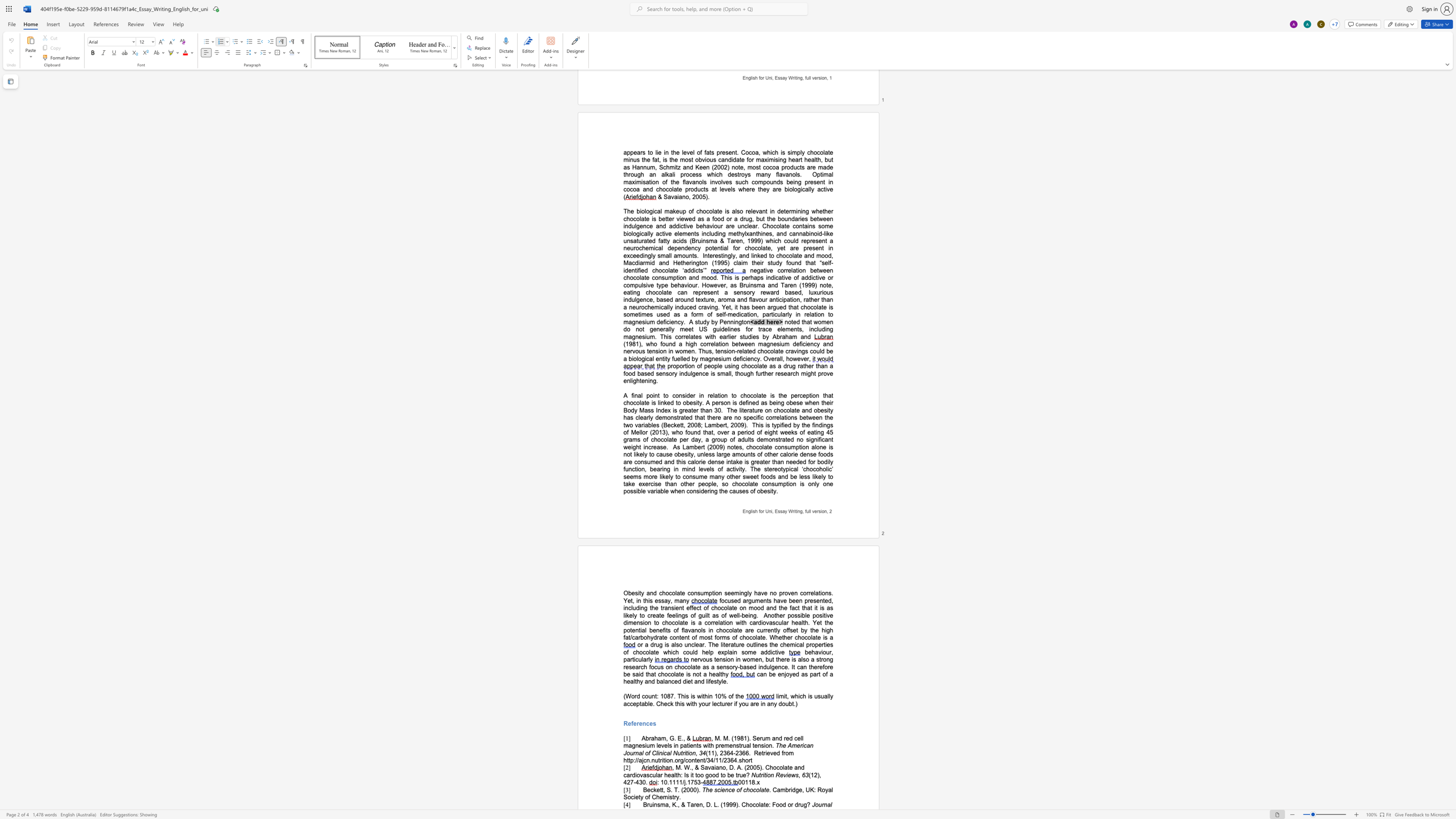  I want to click on the space between the continuous character "y" and "." in the text, so click(678, 796).